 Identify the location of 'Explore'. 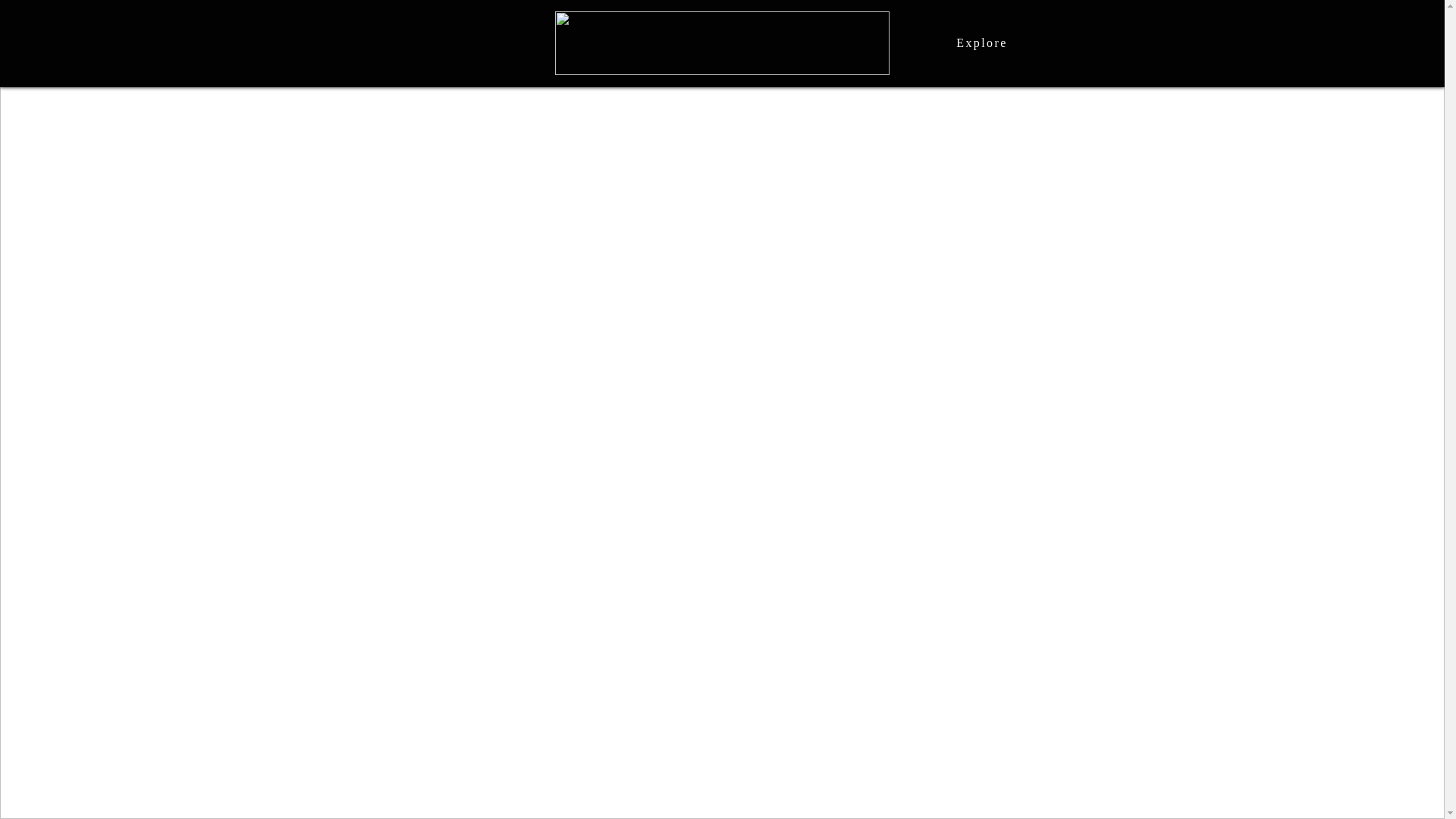
(982, 42).